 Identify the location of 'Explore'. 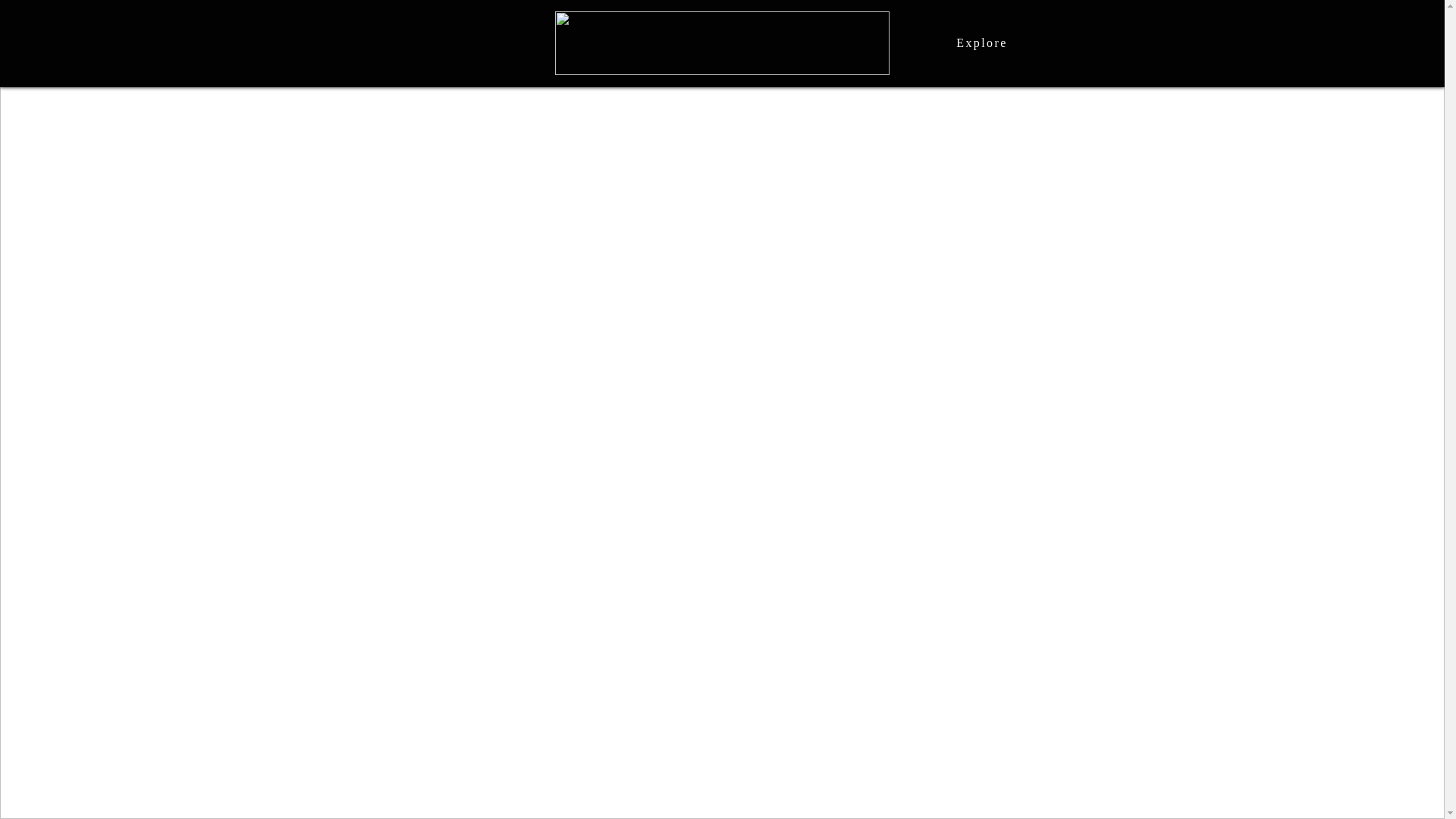
(982, 42).